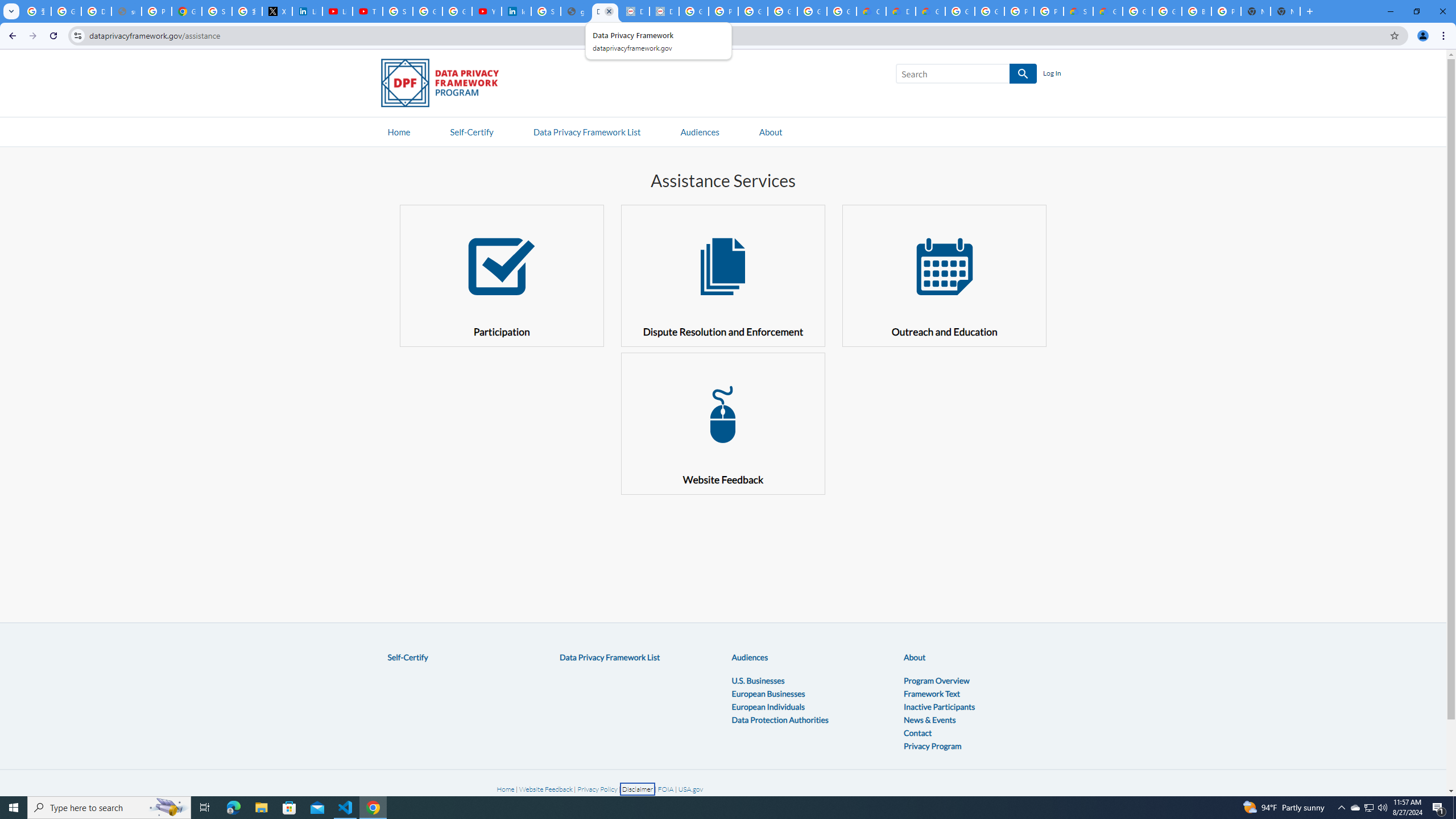 Image resolution: width=1456 pixels, height=819 pixels. What do you see at coordinates (1022, 74) in the screenshot?
I see `'SEARCH'` at bounding box center [1022, 74].